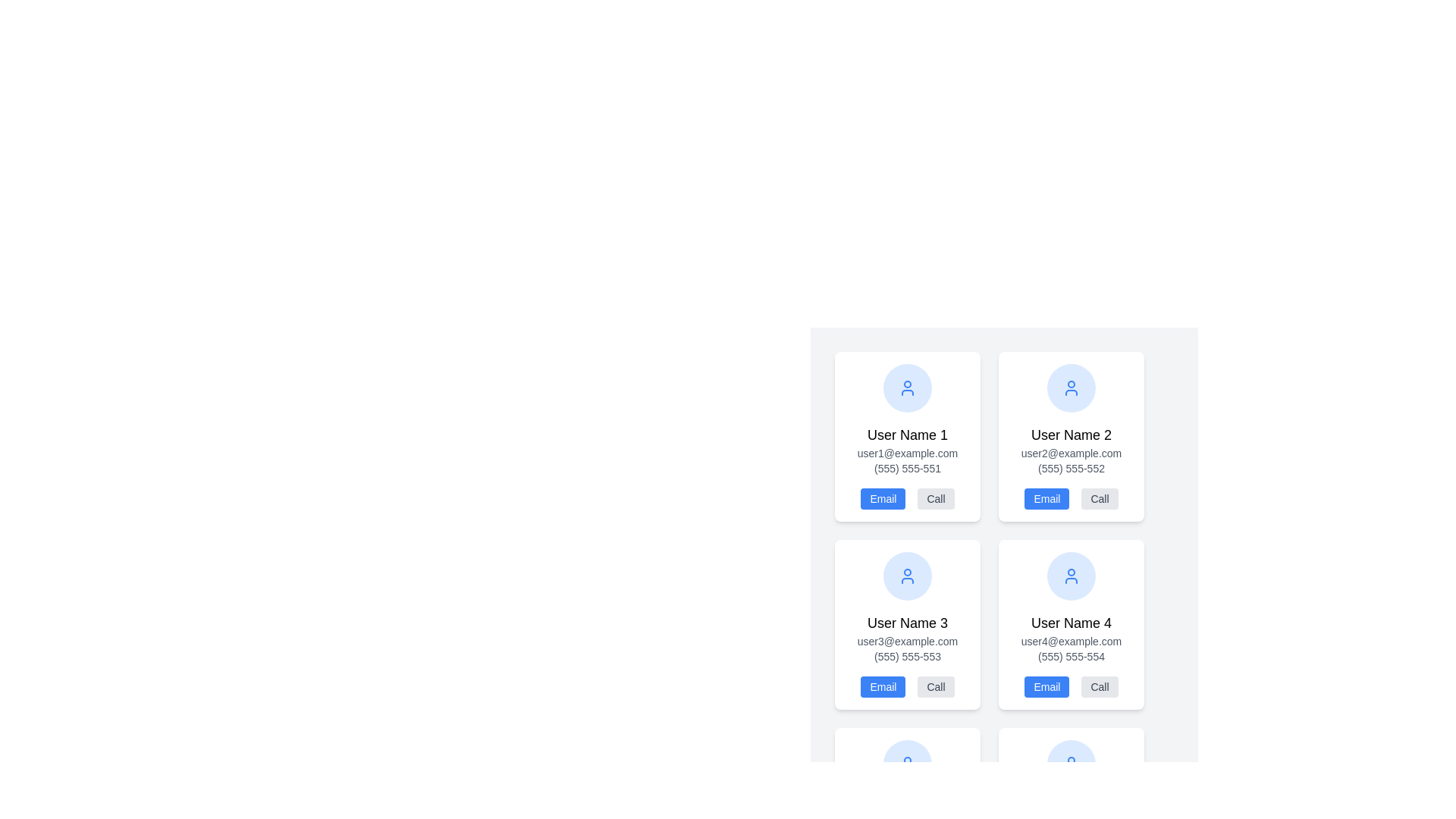 This screenshot has width=1456, height=819. Describe the element at coordinates (907, 687) in the screenshot. I see `the blue 'Email' button in the button group located at the bottom of the user card for 'User Name 3' to compose an email` at that location.